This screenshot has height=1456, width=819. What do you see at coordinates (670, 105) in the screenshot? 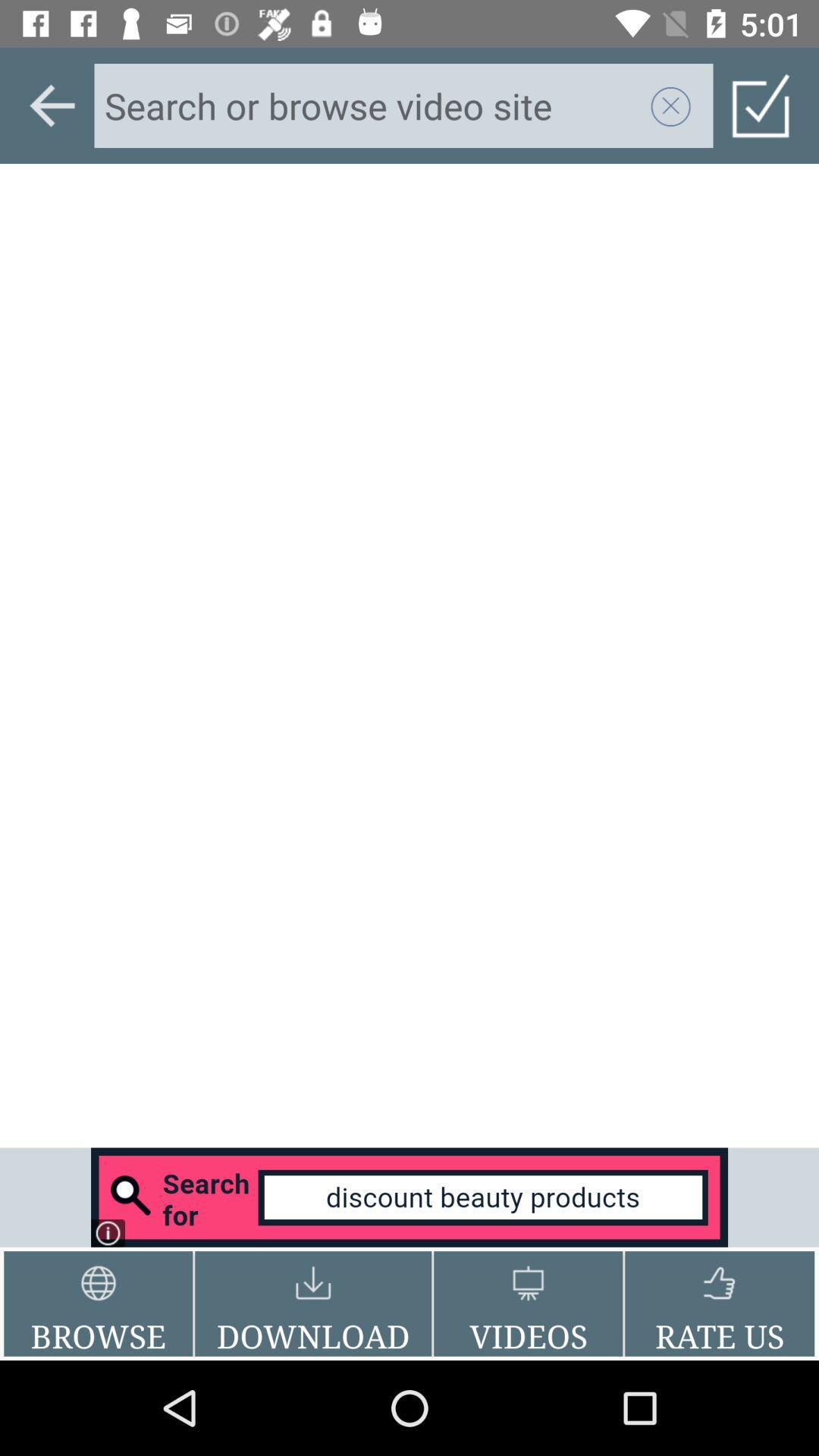
I see `the close icon` at bounding box center [670, 105].